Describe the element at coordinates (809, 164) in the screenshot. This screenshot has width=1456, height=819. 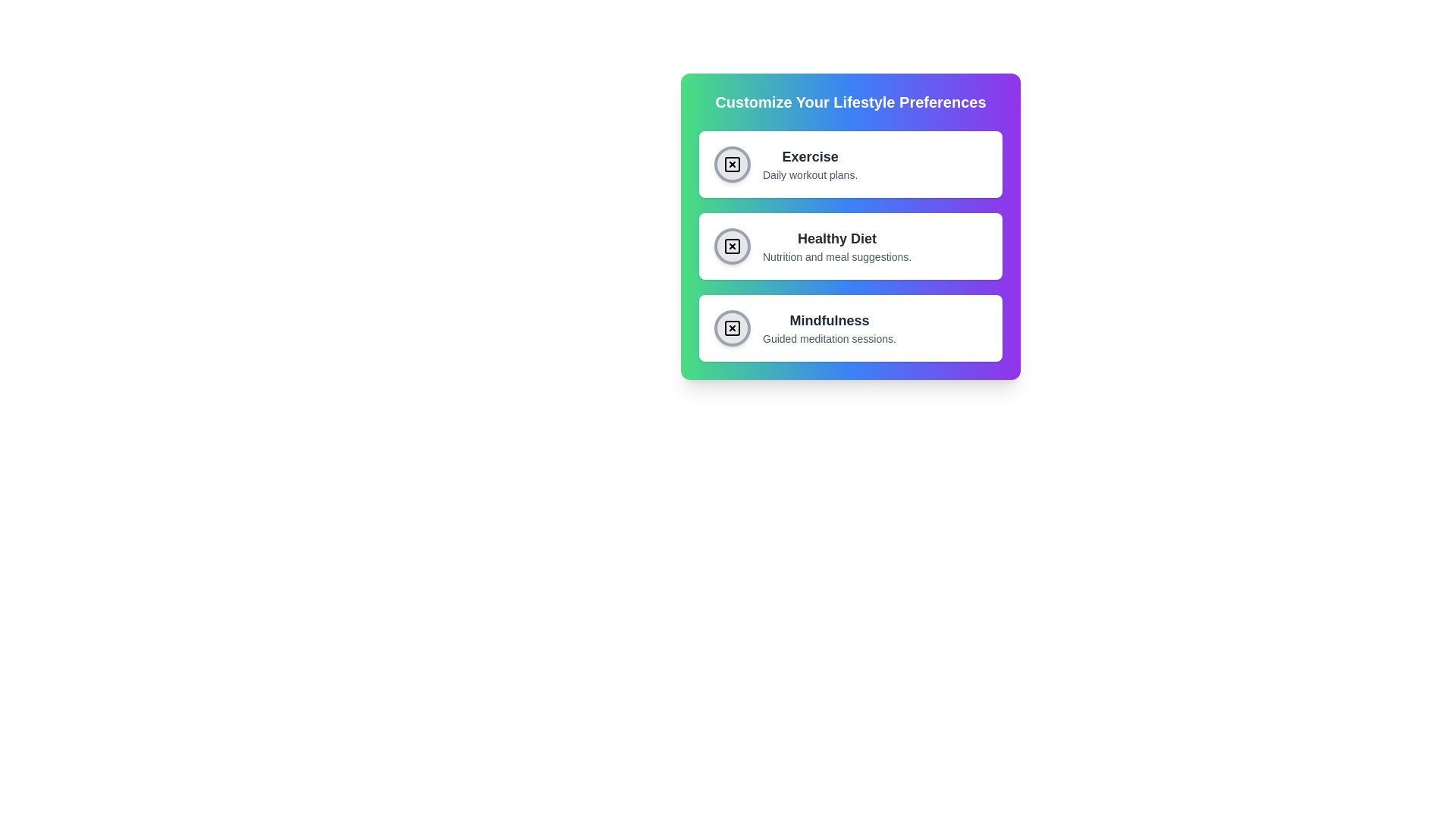
I see `the text block titled 'Exercise' which contains the subtitle 'Daily workout plans.' styled in contrasting grayscale tones, located in the topmost card of a vertically stacked list` at that location.